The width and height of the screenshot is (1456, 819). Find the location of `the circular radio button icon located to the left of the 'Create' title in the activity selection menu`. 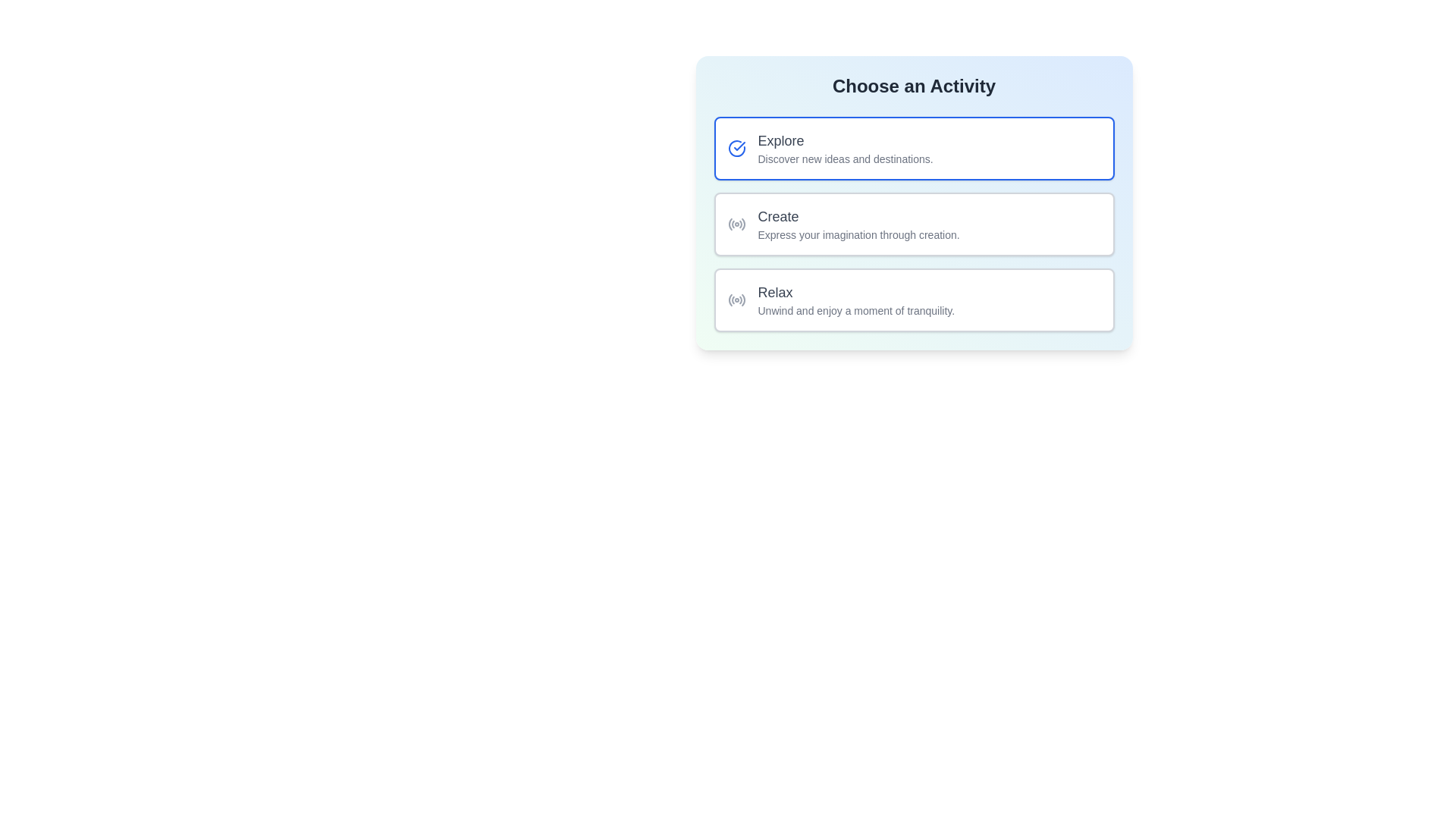

the circular radio button icon located to the left of the 'Create' title in the activity selection menu is located at coordinates (736, 224).